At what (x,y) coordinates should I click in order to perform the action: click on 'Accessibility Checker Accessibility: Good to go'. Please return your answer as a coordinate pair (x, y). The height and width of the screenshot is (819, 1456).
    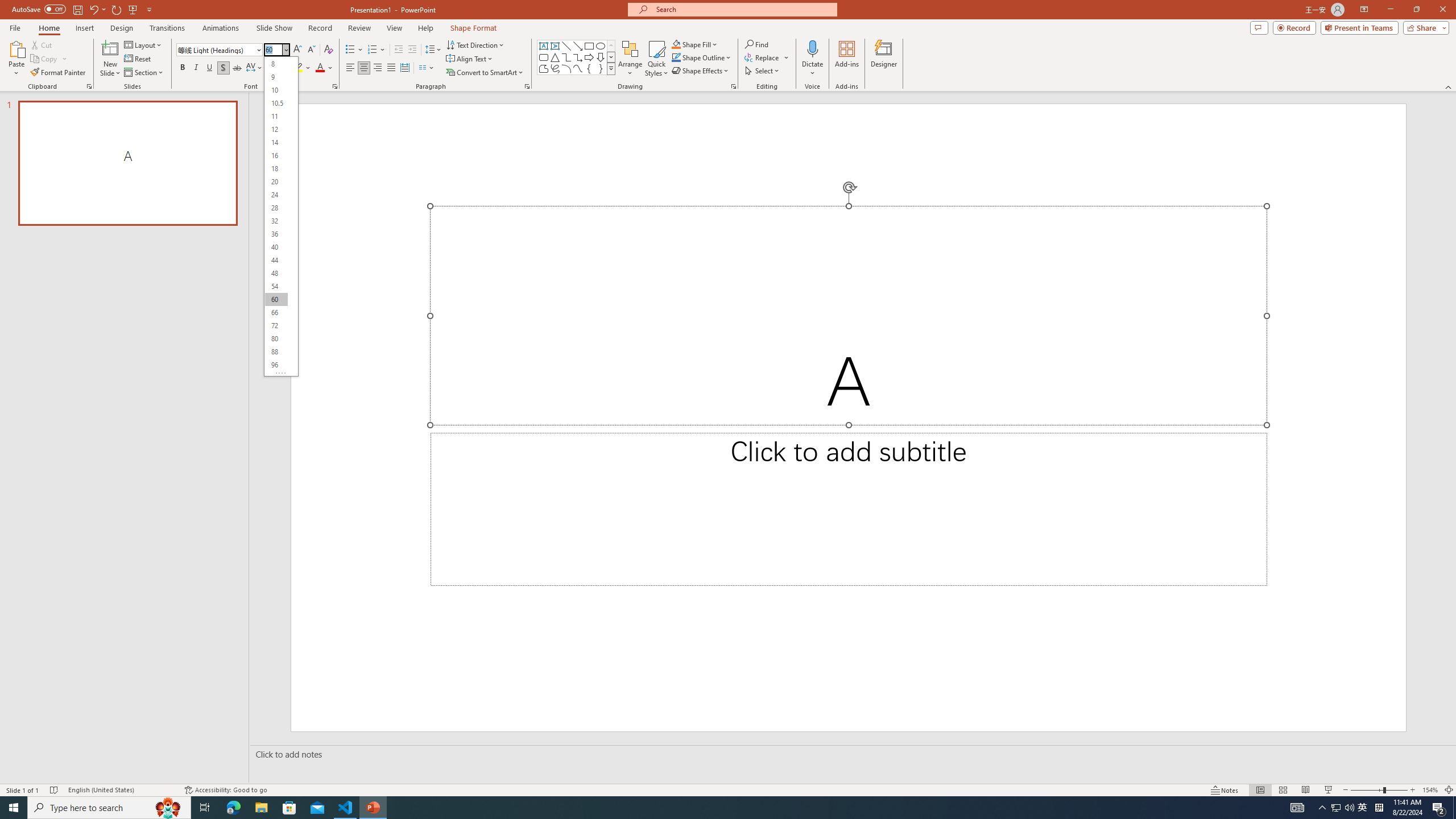
    Looking at the image, I should click on (226, 790).